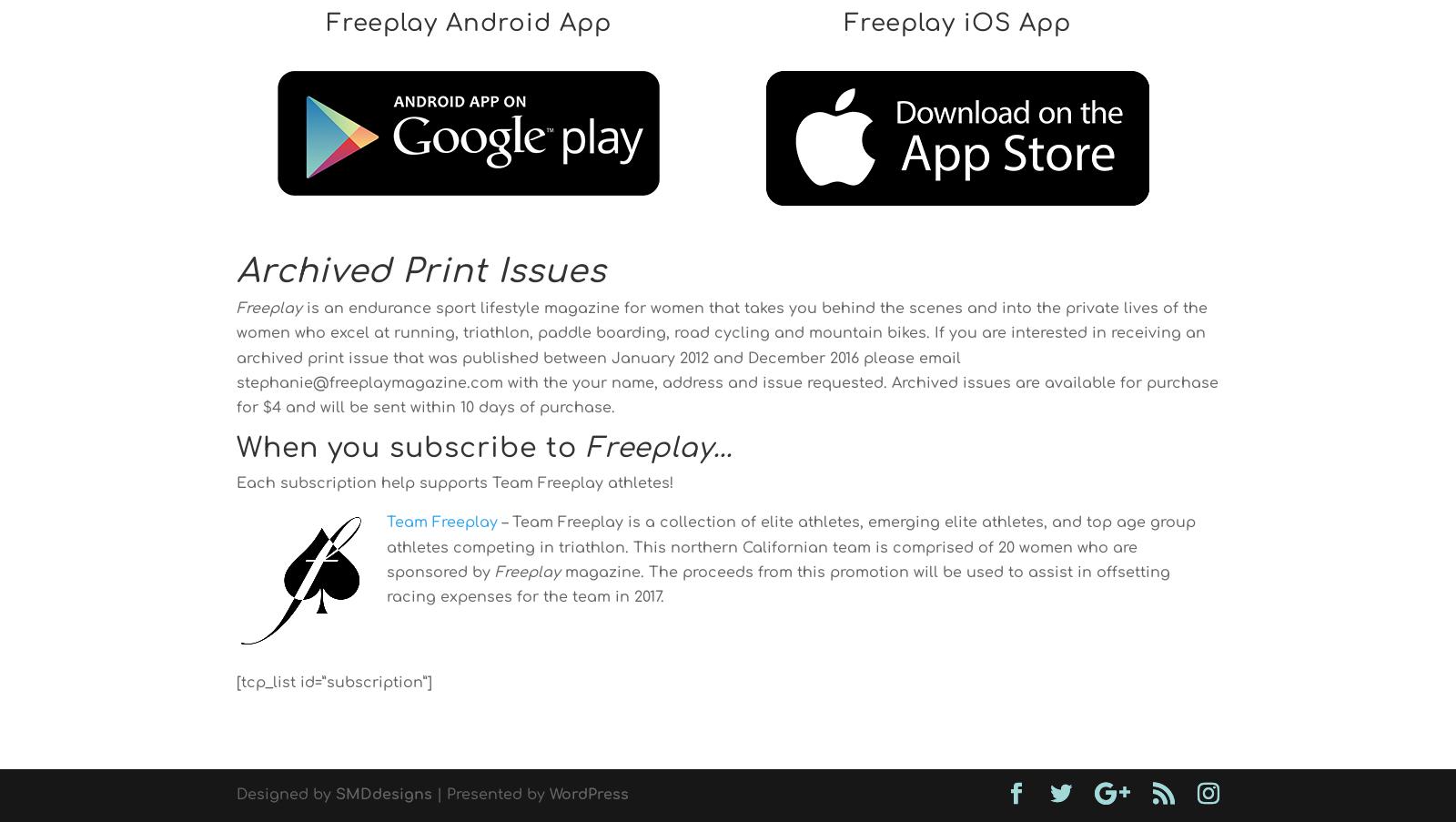  What do you see at coordinates (326, 21) in the screenshot?
I see `'Freeplay Android App'` at bounding box center [326, 21].